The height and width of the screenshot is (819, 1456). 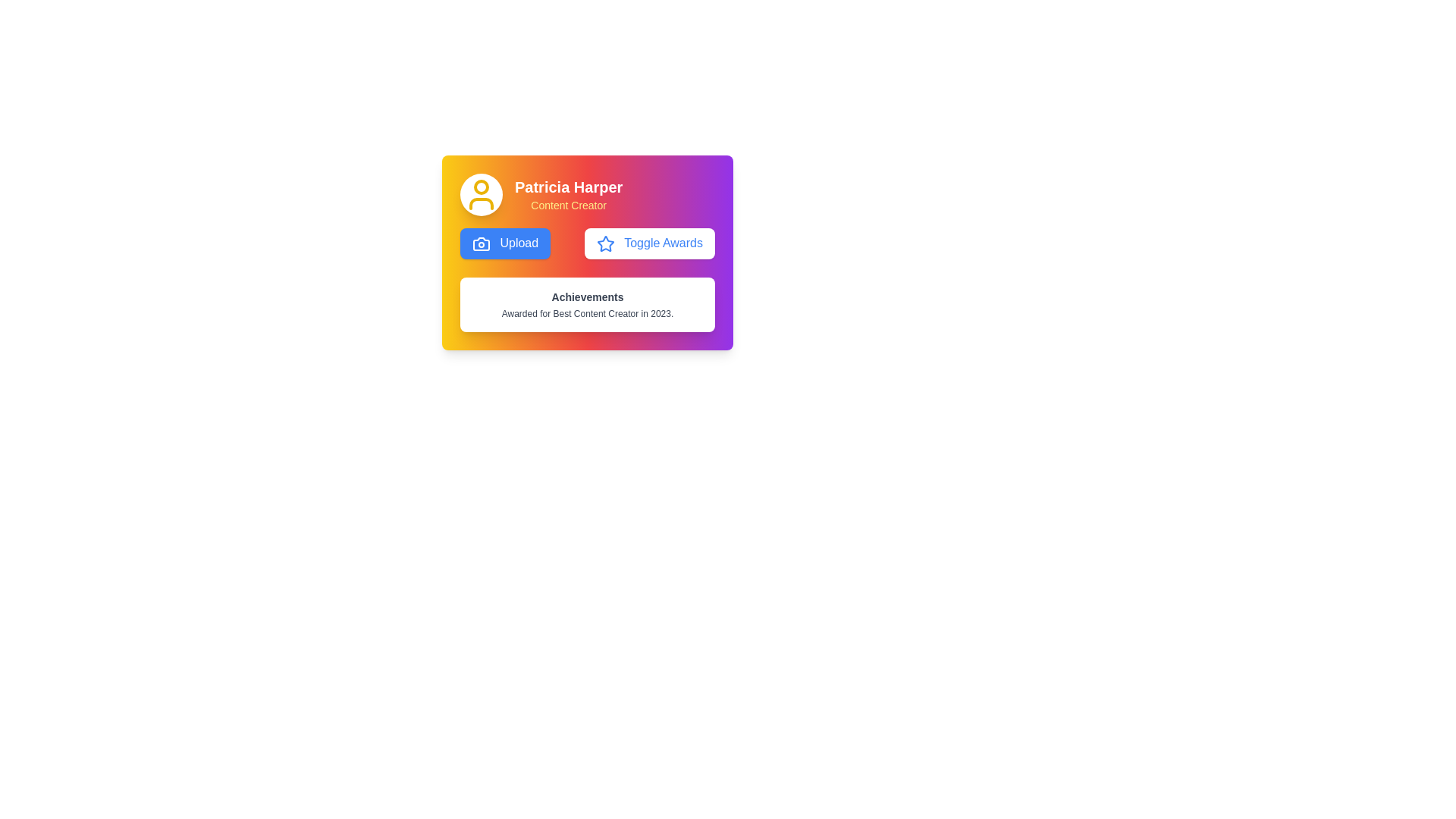 I want to click on the vibrant yellow user icon that is centered within a circular area of the card component, so click(x=480, y=194).